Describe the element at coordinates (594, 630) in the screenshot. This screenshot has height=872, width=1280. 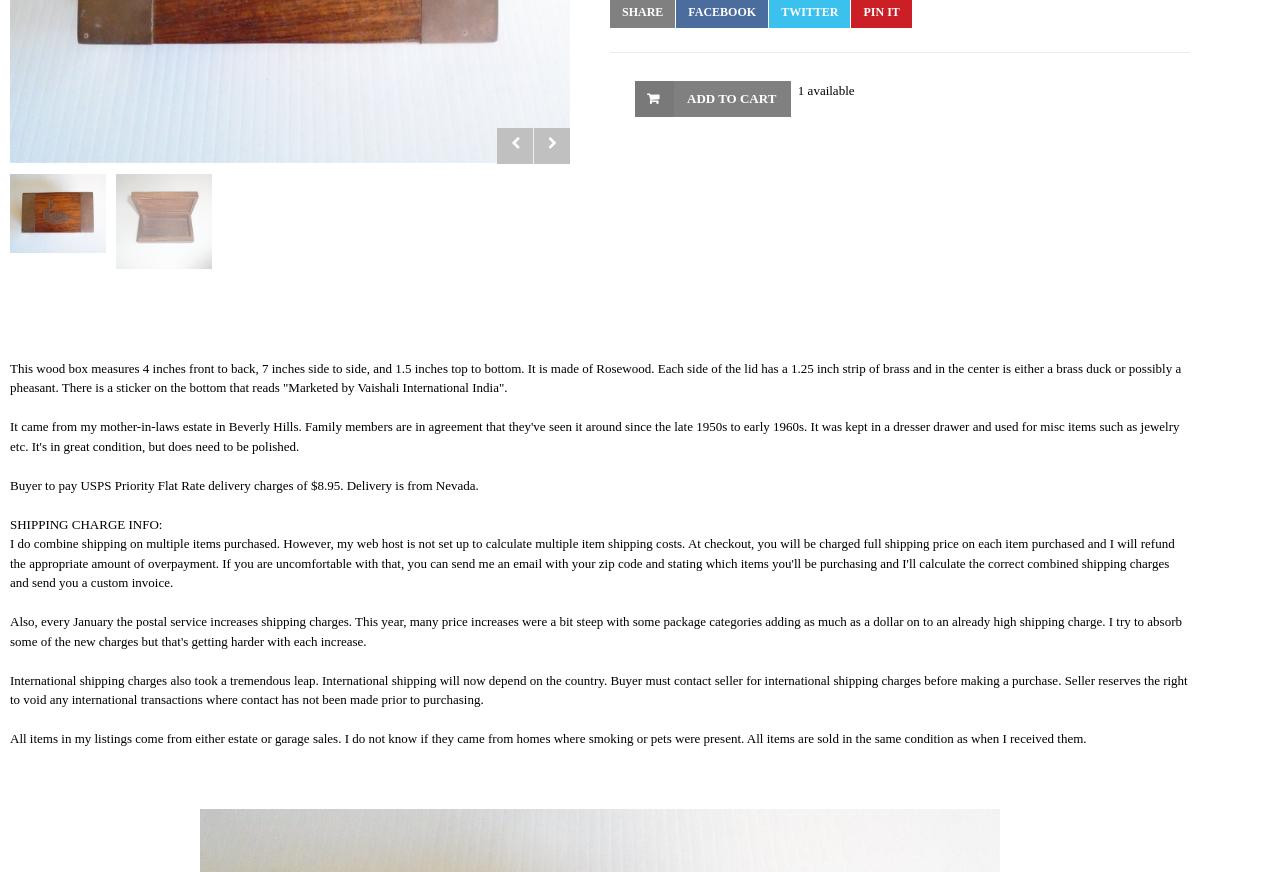
I see `'Also, every January the postal service increases shipping charges. This year, many price increases were a bit steep with some package categories adding as much as a dollar on to an already high shipping charge. I try to absorb some of the new charges but that's getting harder with each increase.'` at that location.